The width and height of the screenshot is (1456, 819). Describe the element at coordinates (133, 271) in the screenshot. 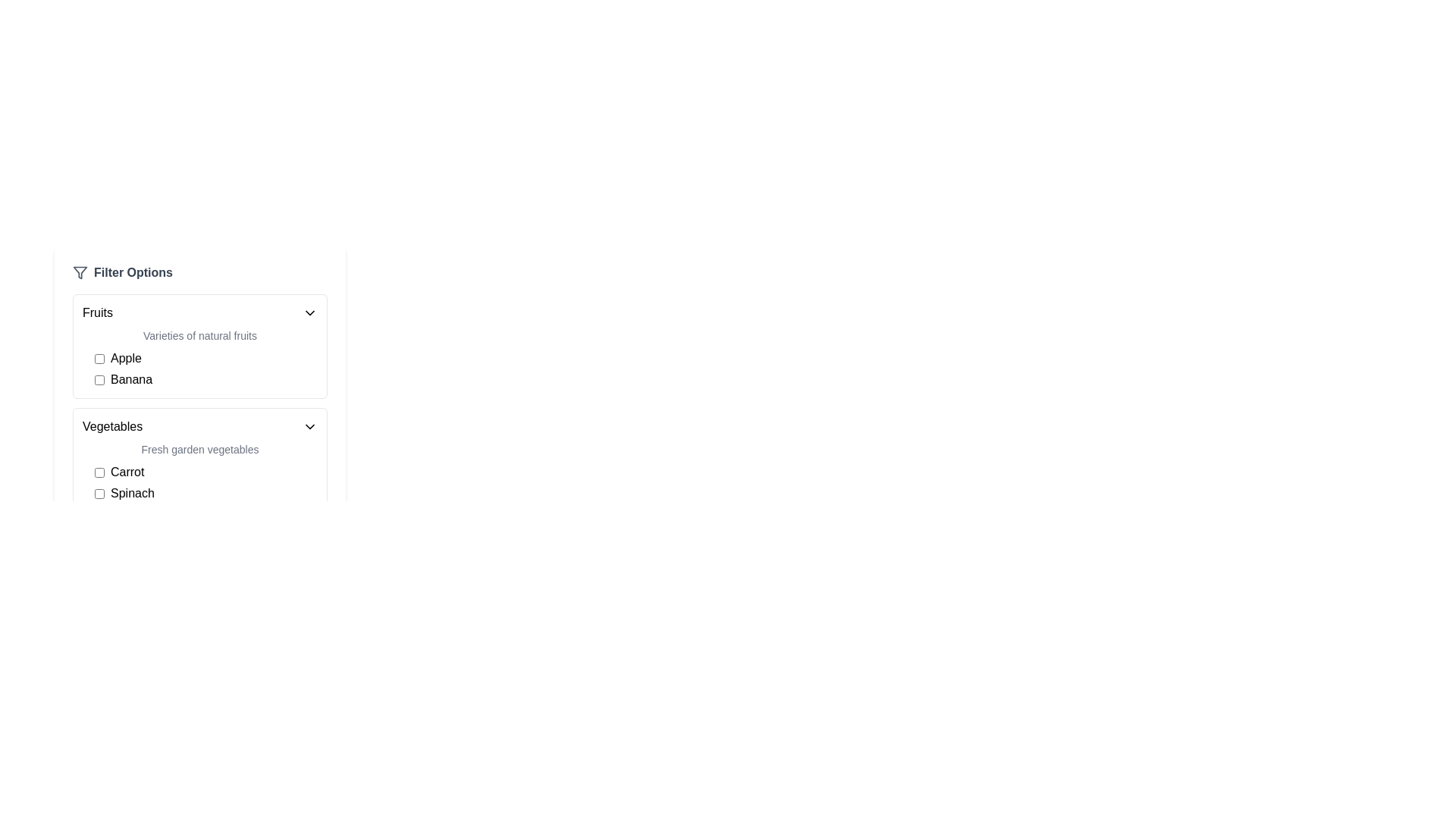

I see `the 'Filter Options' text label, which is displayed in bold and dark gray font, located at the top-left corner of the interface, slightly rightward of a filter icon and above the 'Fruits' section` at that location.